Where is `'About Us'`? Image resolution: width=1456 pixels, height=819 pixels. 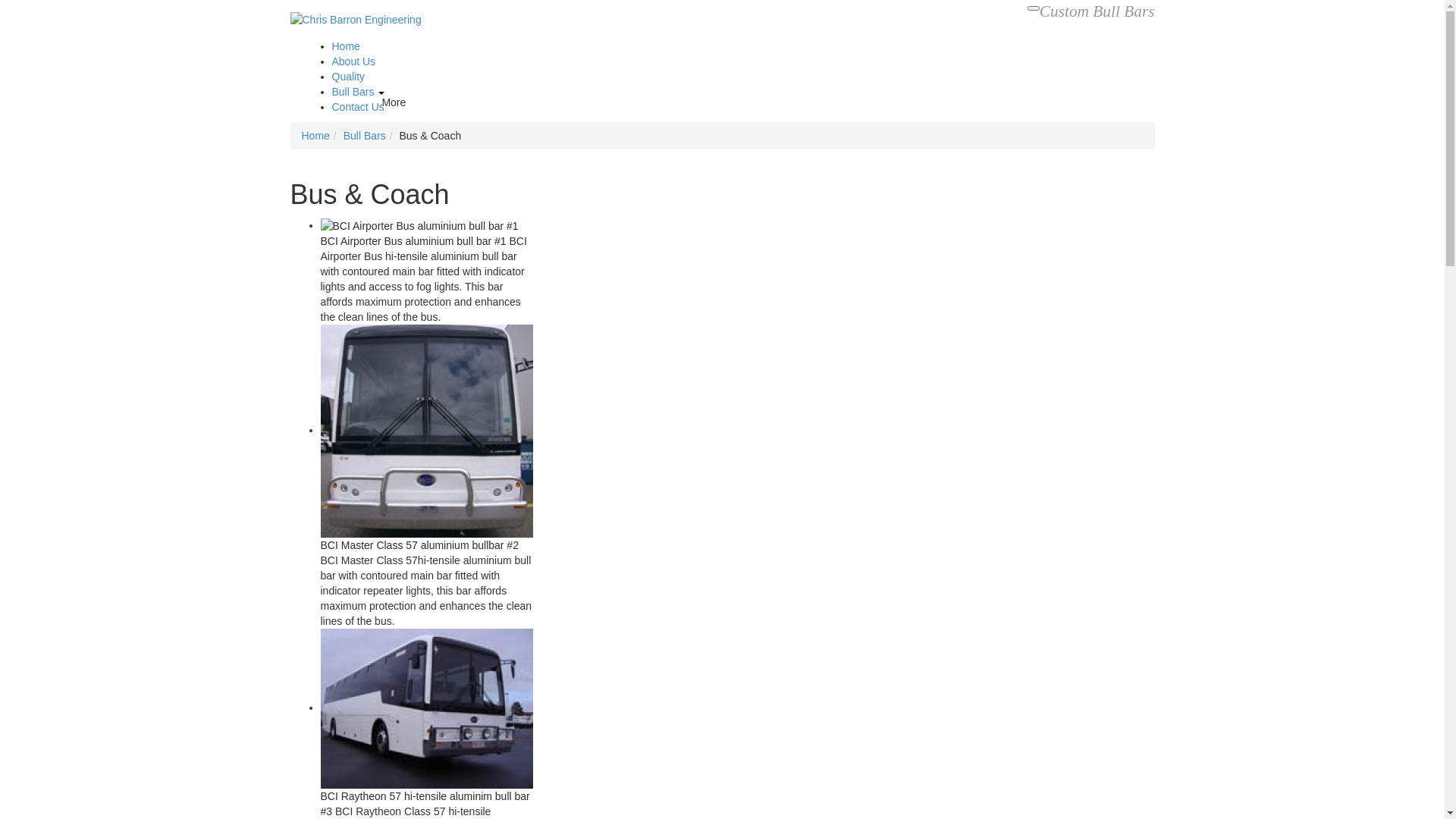 'About Us' is located at coordinates (353, 61).